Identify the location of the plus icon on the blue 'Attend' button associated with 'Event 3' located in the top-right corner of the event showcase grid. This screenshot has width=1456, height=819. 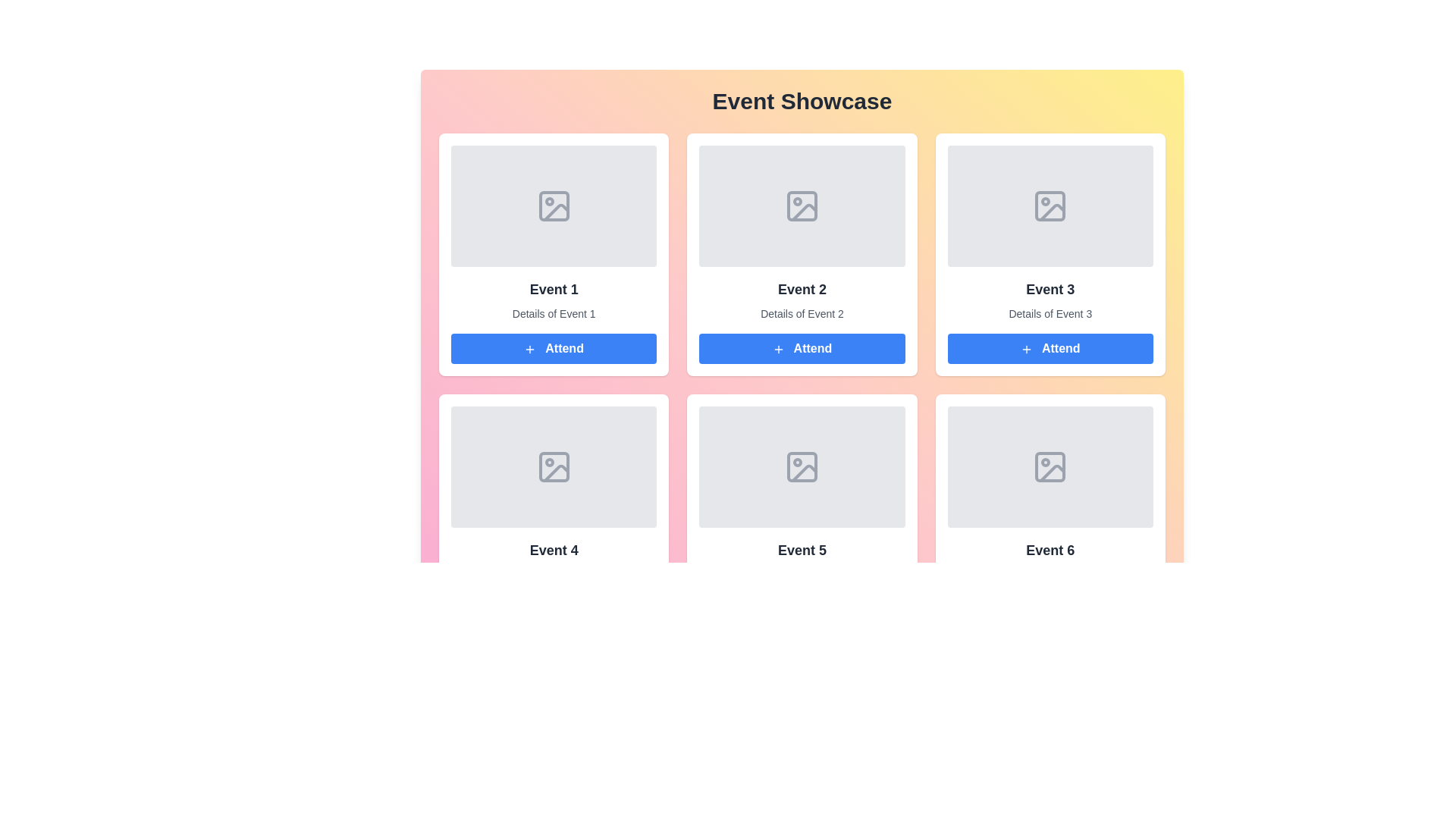
(1026, 349).